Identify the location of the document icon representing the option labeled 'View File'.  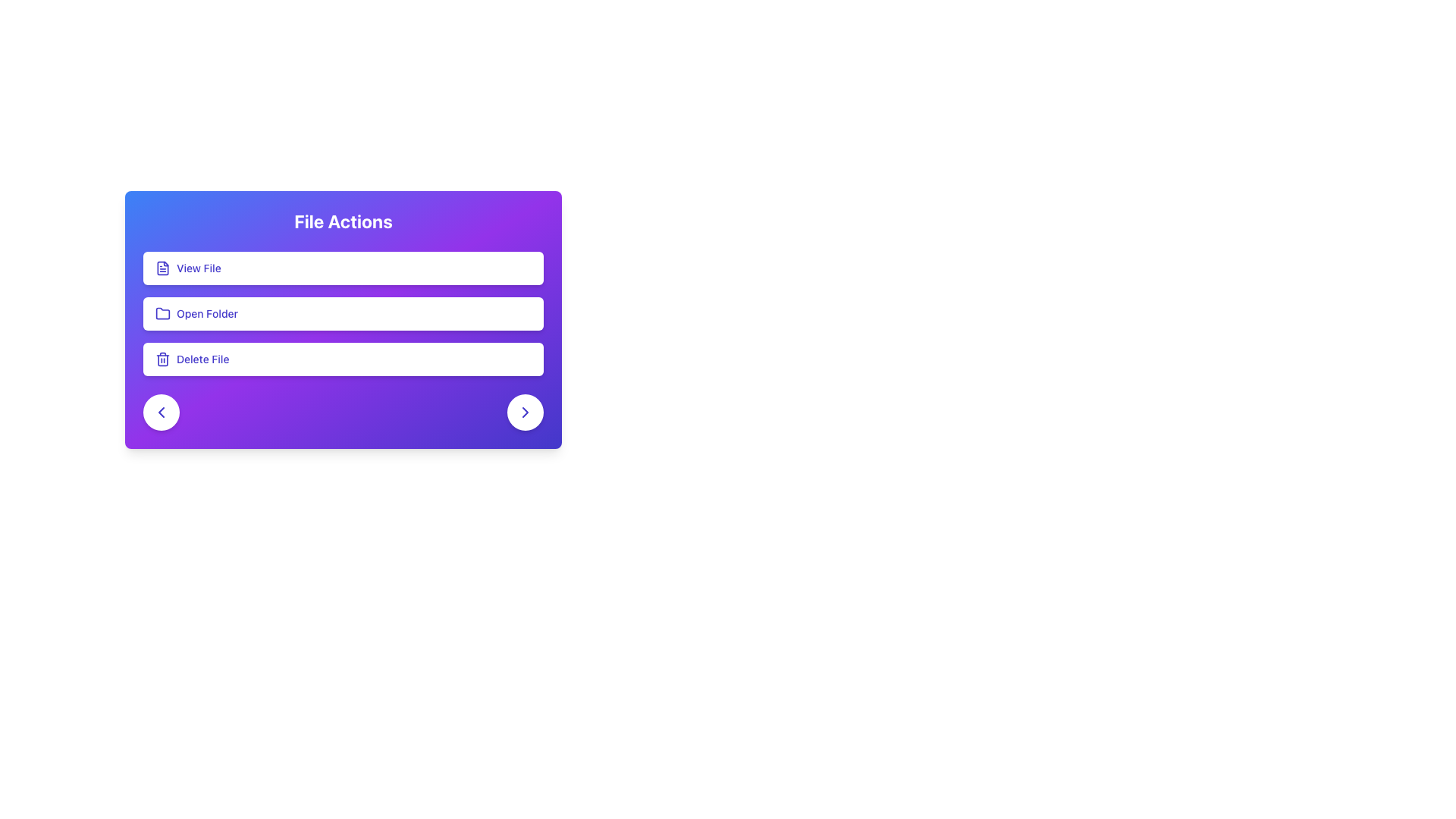
(163, 268).